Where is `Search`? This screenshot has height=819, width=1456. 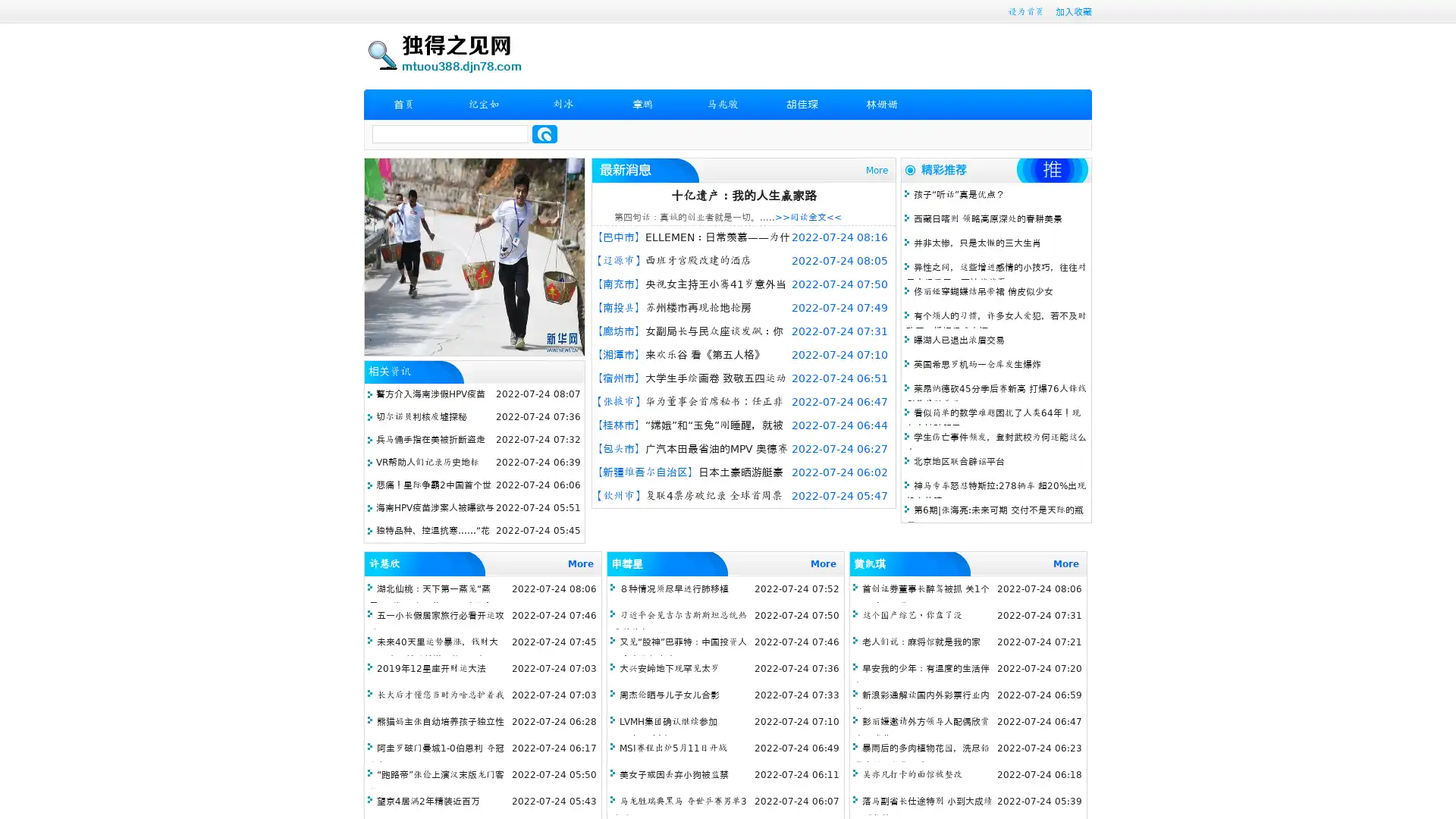 Search is located at coordinates (544, 133).